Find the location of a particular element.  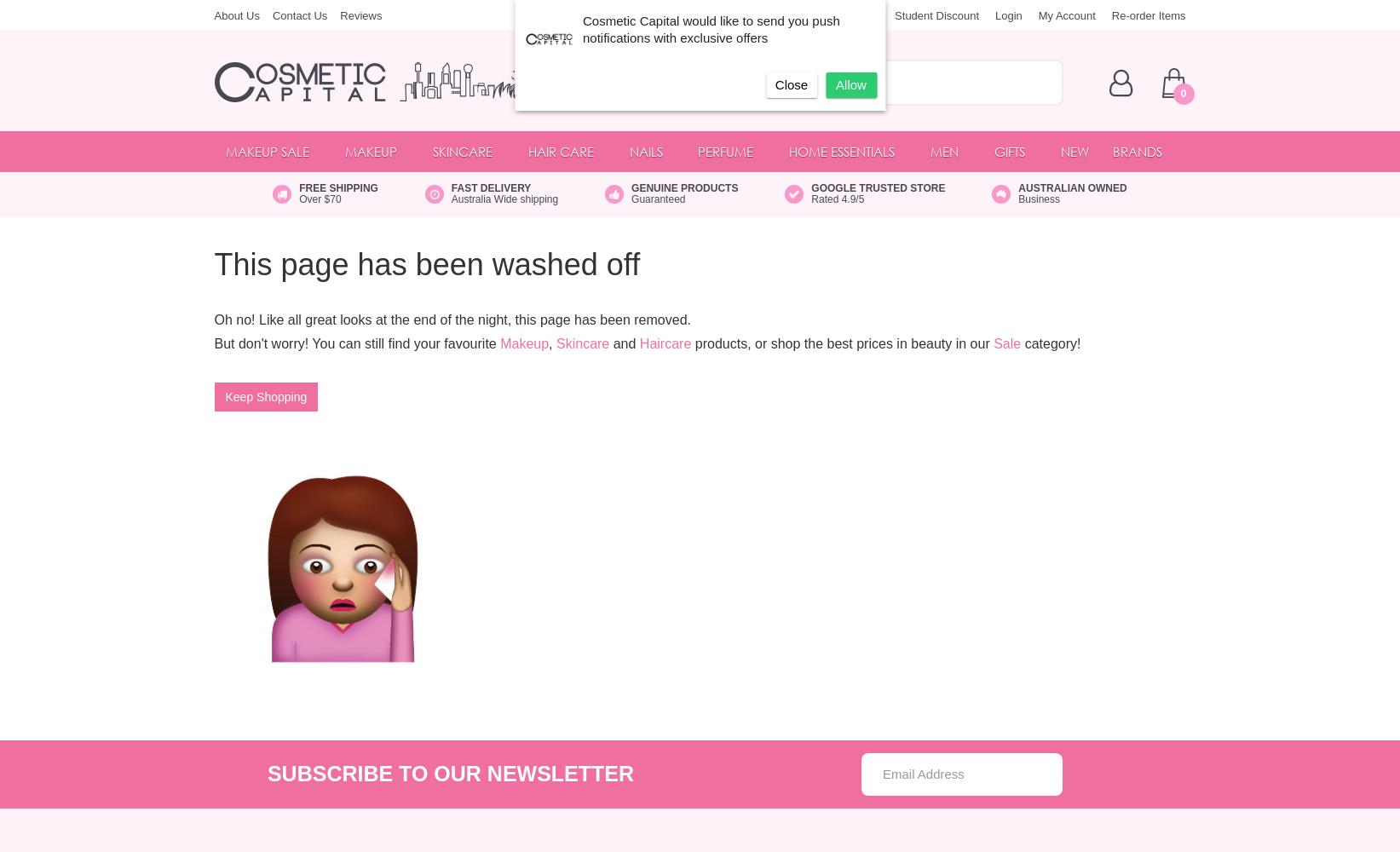

'0' is located at coordinates (1182, 92).